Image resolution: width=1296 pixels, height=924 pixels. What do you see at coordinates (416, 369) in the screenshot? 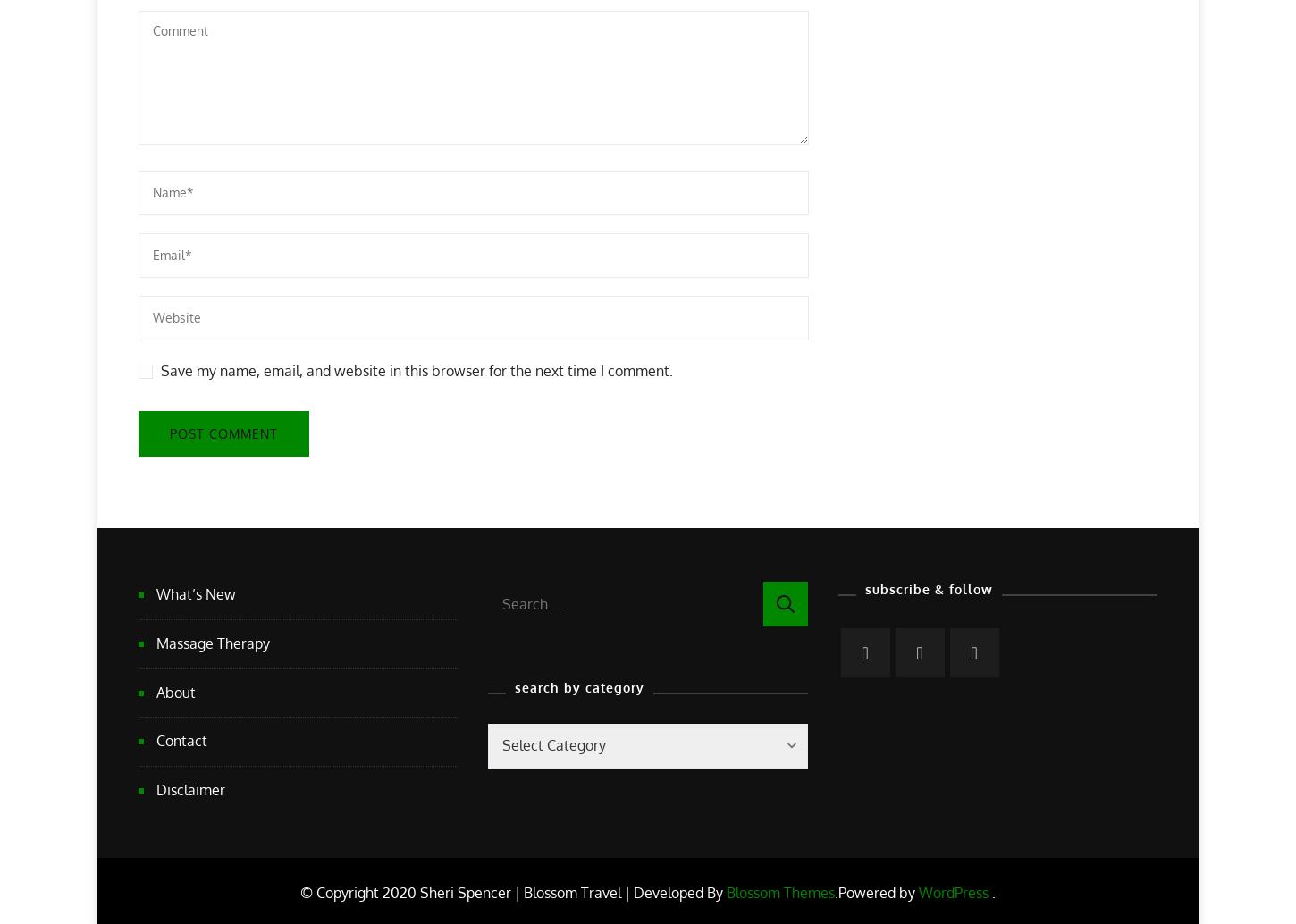
I see `'Save my name, email, and website in this browser for the next time I comment.'` at bounding box center [416, 369].